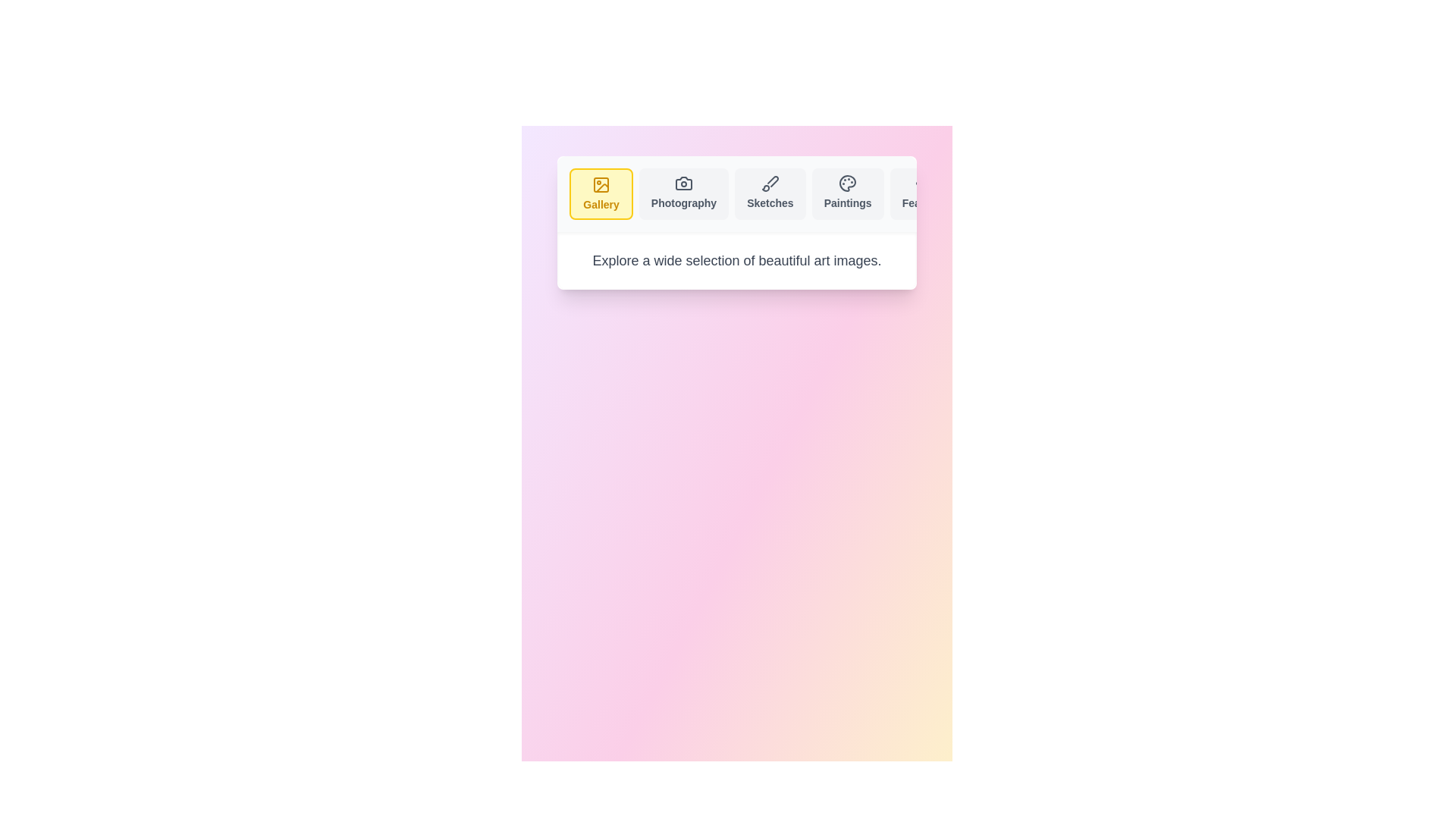 This screenshot has width=1456, height=819. What do you see at coordinates (924, 193) in the screenshot?
I see `the tab labeled Featured` at bounding box center [924, 193].